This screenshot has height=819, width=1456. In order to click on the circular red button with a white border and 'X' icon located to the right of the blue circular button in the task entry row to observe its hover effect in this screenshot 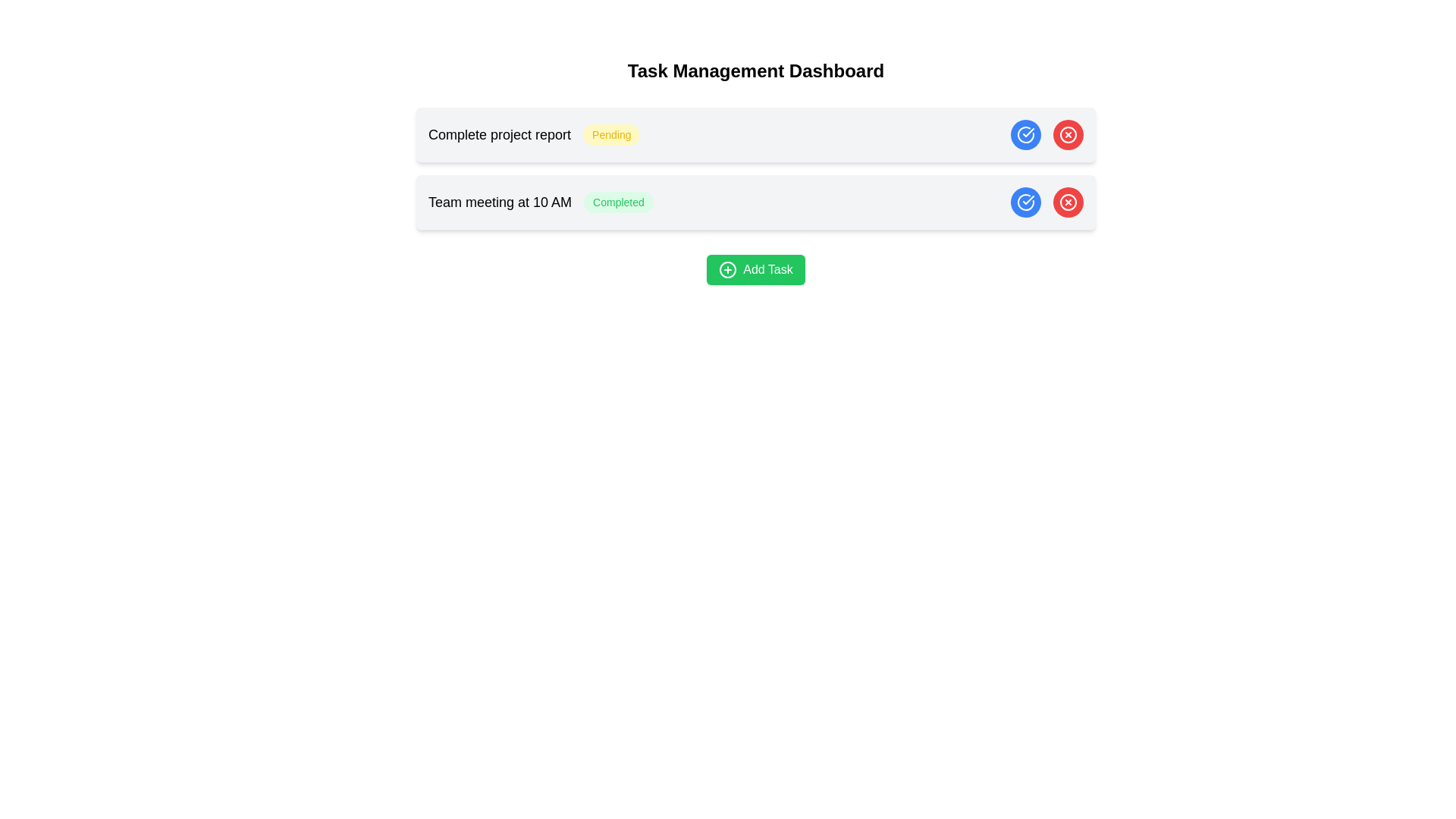, I will do `click(1068, 201)`.